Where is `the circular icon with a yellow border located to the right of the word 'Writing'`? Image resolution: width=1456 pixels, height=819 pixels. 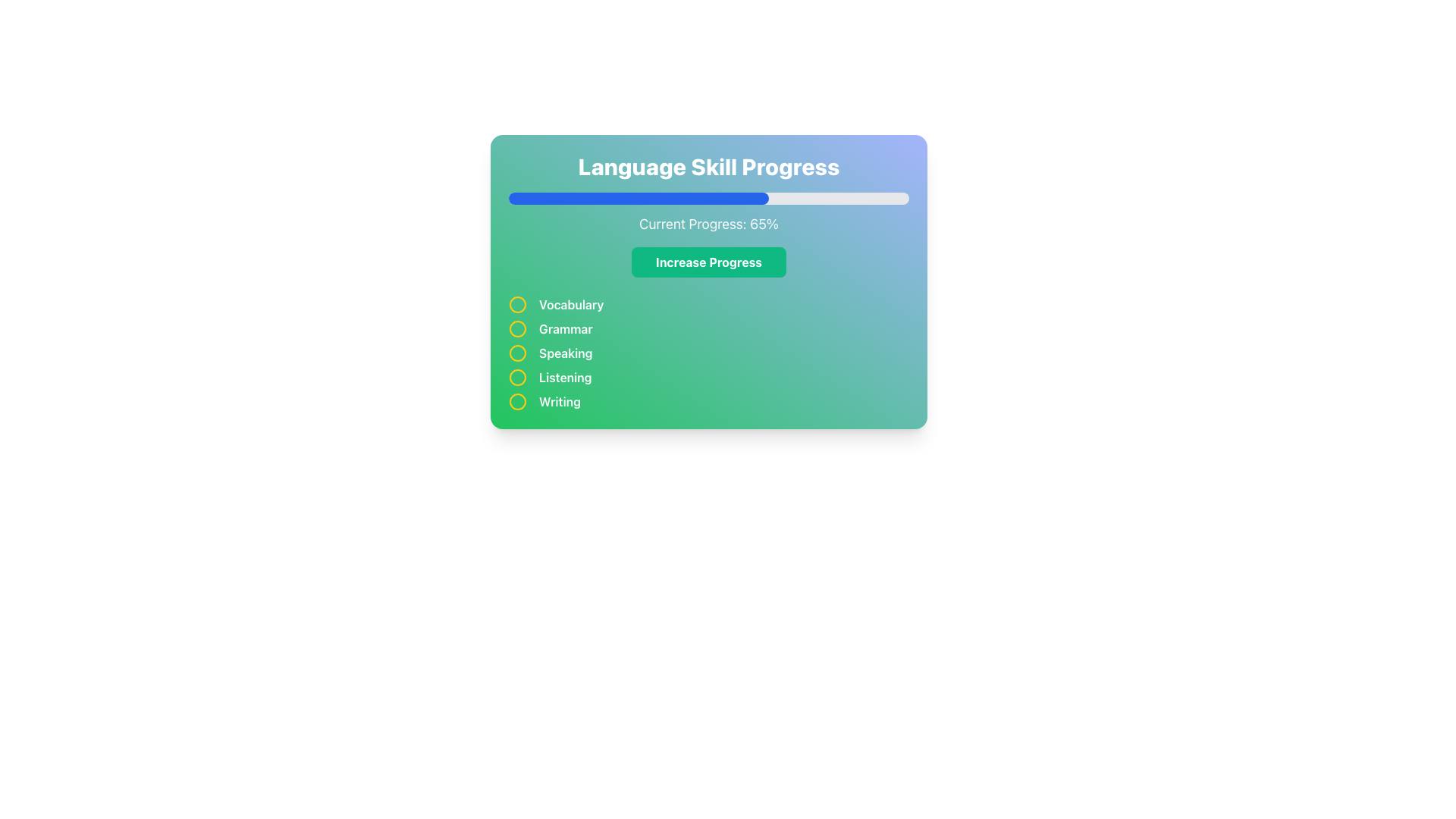 the circular icon with a yellow border located to the right of the word 'Writing' is located at coordinates (517, 400).